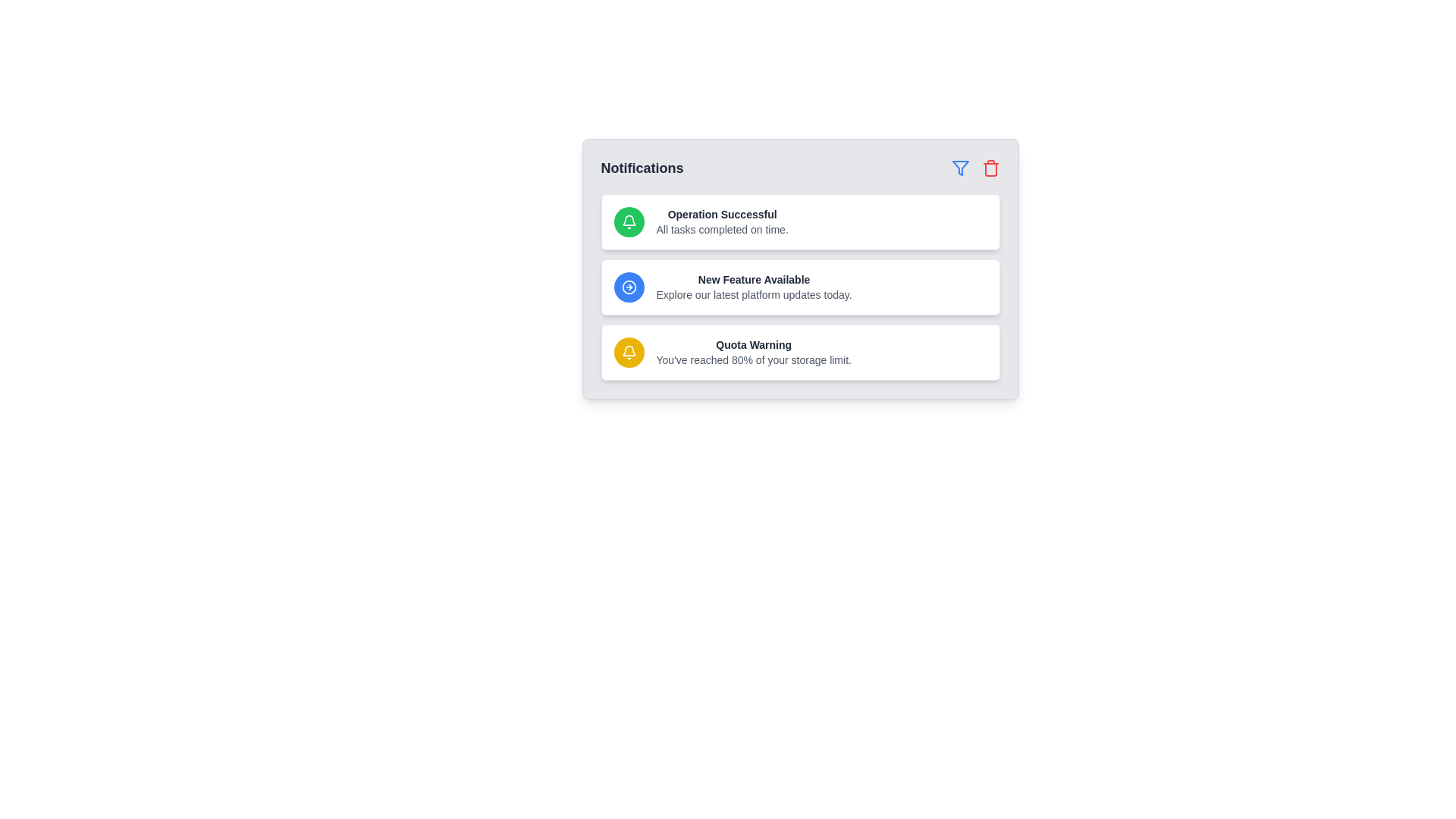 This screenshot has width=1456, height=819. Describe the element at coordinates (629, 222) in the screenshot. I see `the bell-shaped SVG graphic icon within the notification card` at that location.